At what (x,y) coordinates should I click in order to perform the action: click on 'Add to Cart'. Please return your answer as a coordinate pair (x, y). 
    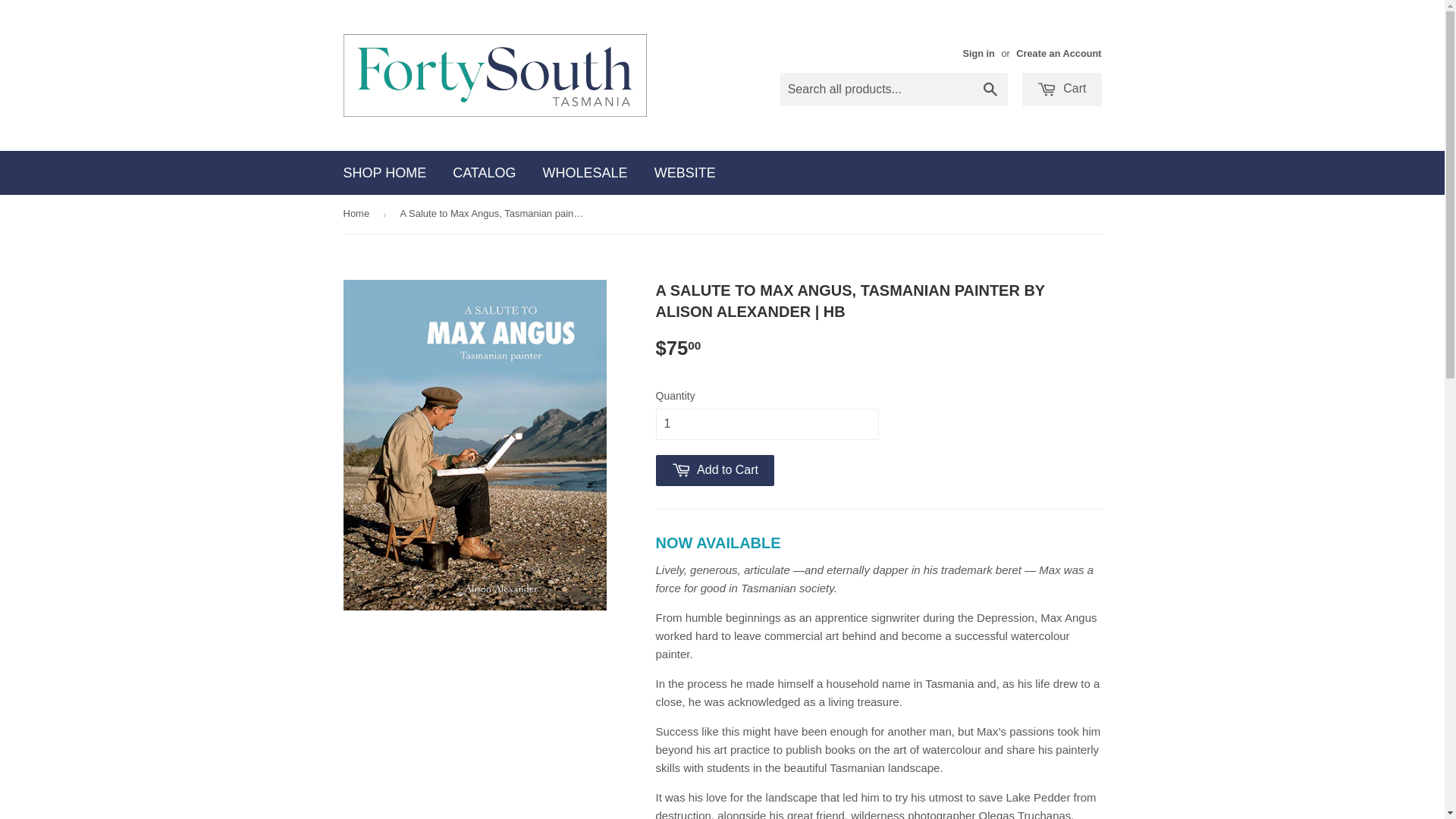
    Looking at the image, I should click on (714, 469).